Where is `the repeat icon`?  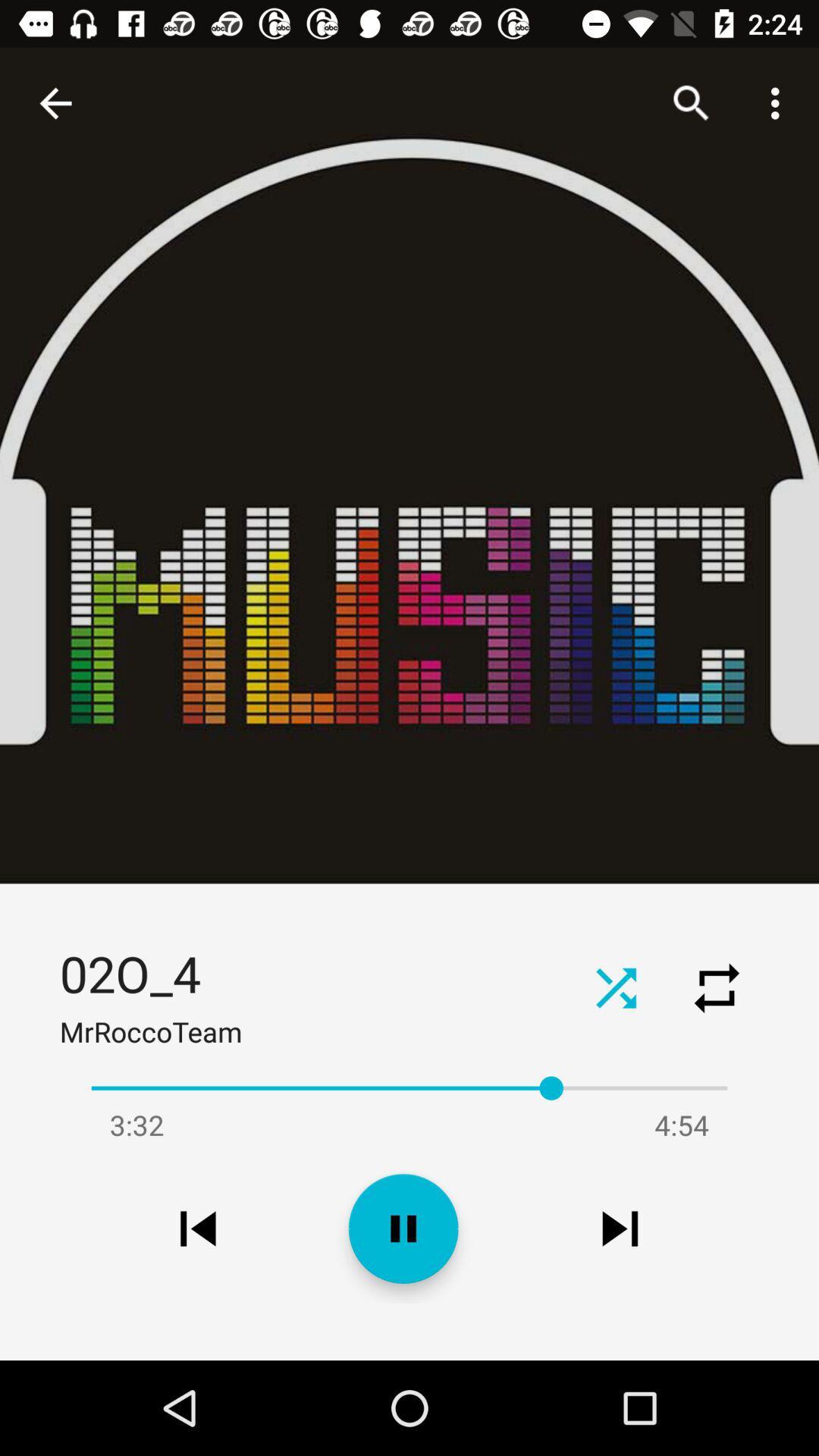
the repeat icon is located at coordinates (711, 987).